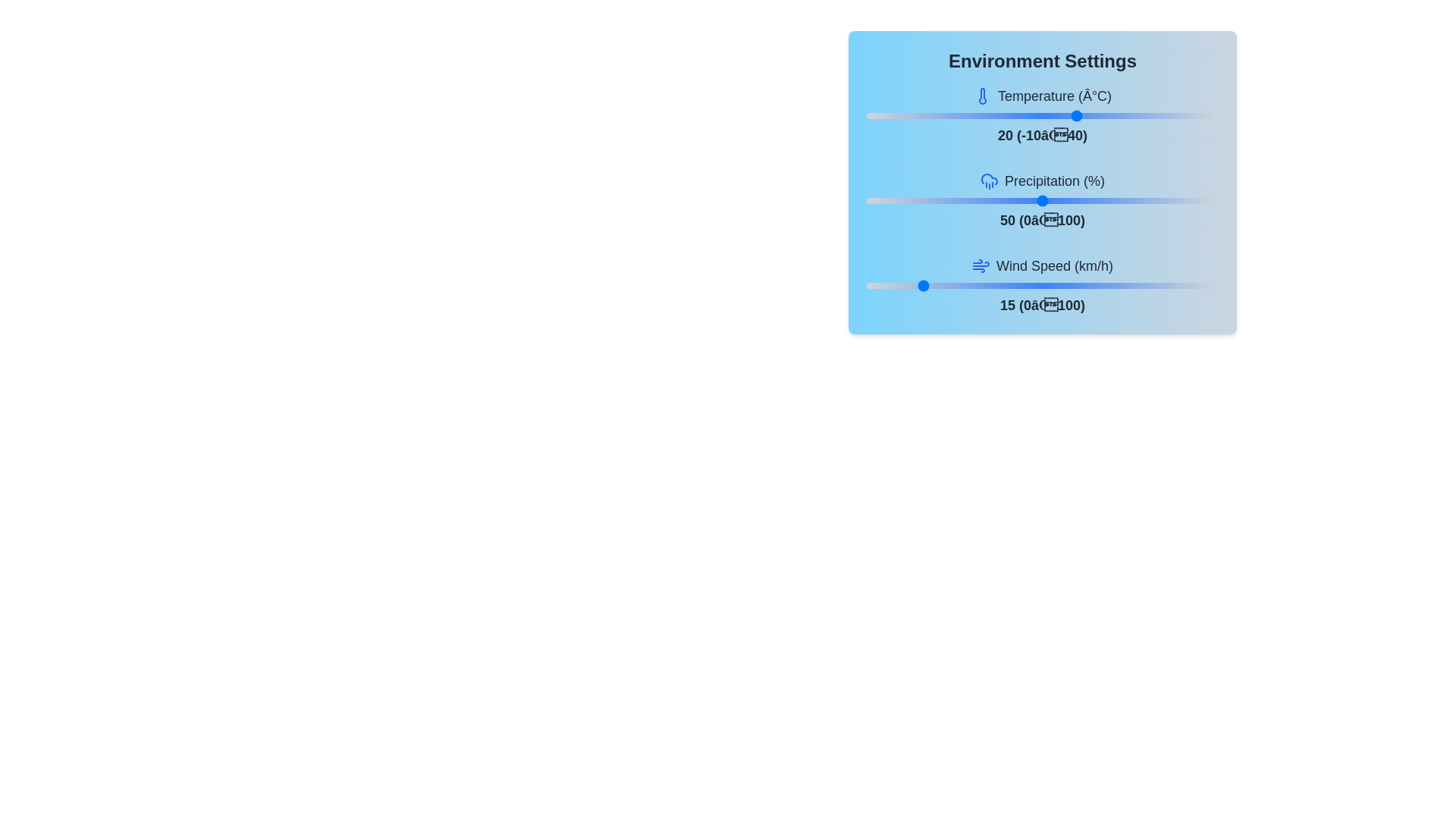 The height and width of the screenshot is (819, 1456). Describe the element at coordinates (895, 115) in the screenshot. I see `the temperature` at that location.